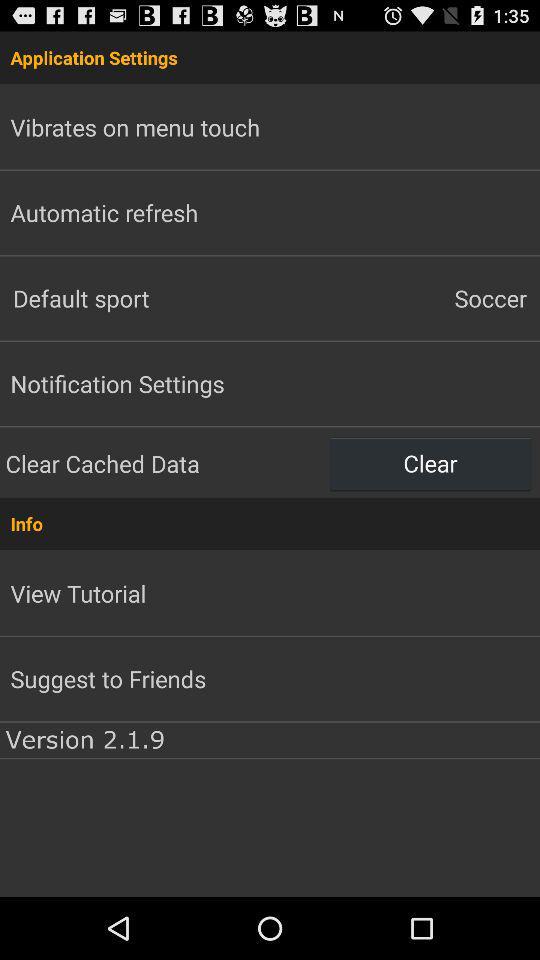 This screenshot has height=960, width=540. What do you see at coordinates (135, 126) in the screenshot?
I see `vibrates on menu app` at bounding box center [135, 126].